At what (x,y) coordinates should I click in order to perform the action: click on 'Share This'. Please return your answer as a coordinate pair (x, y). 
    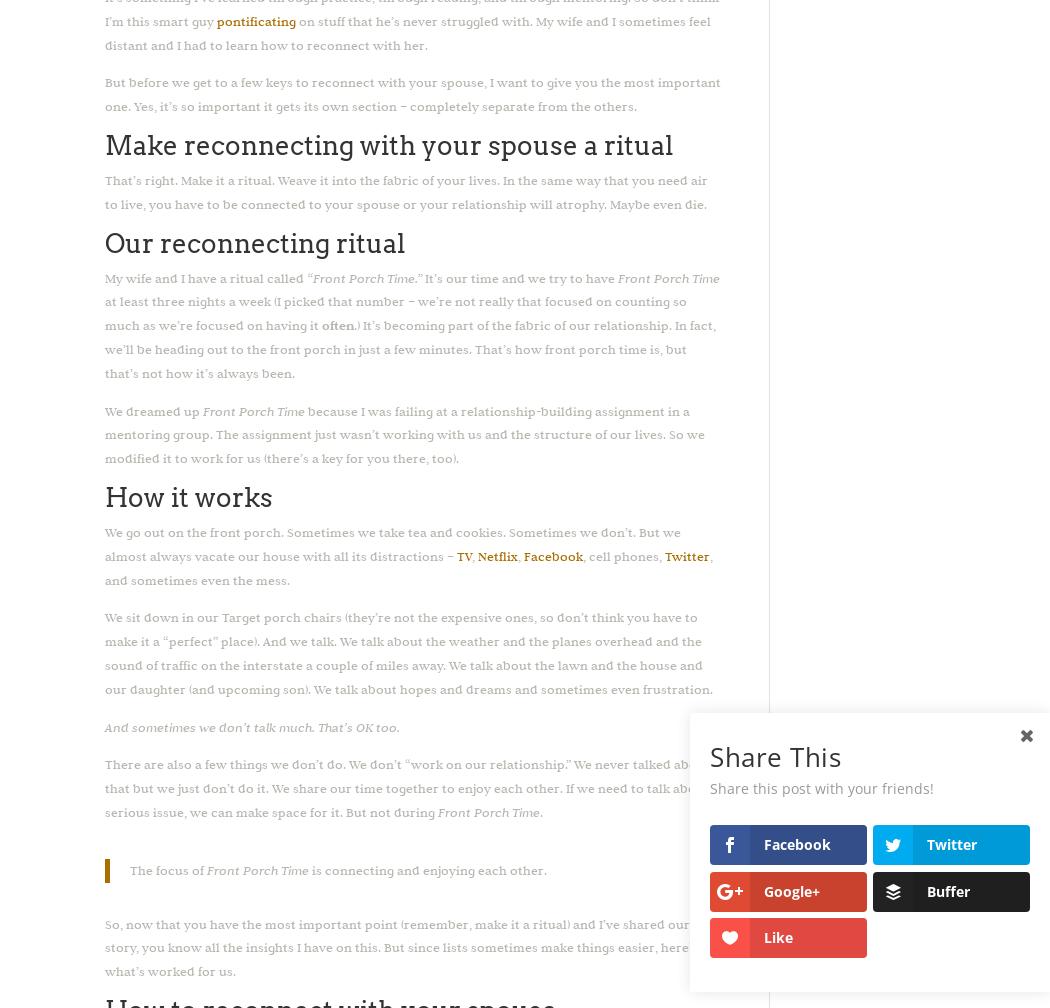
    Looking at the image, I should click on (775, 757).